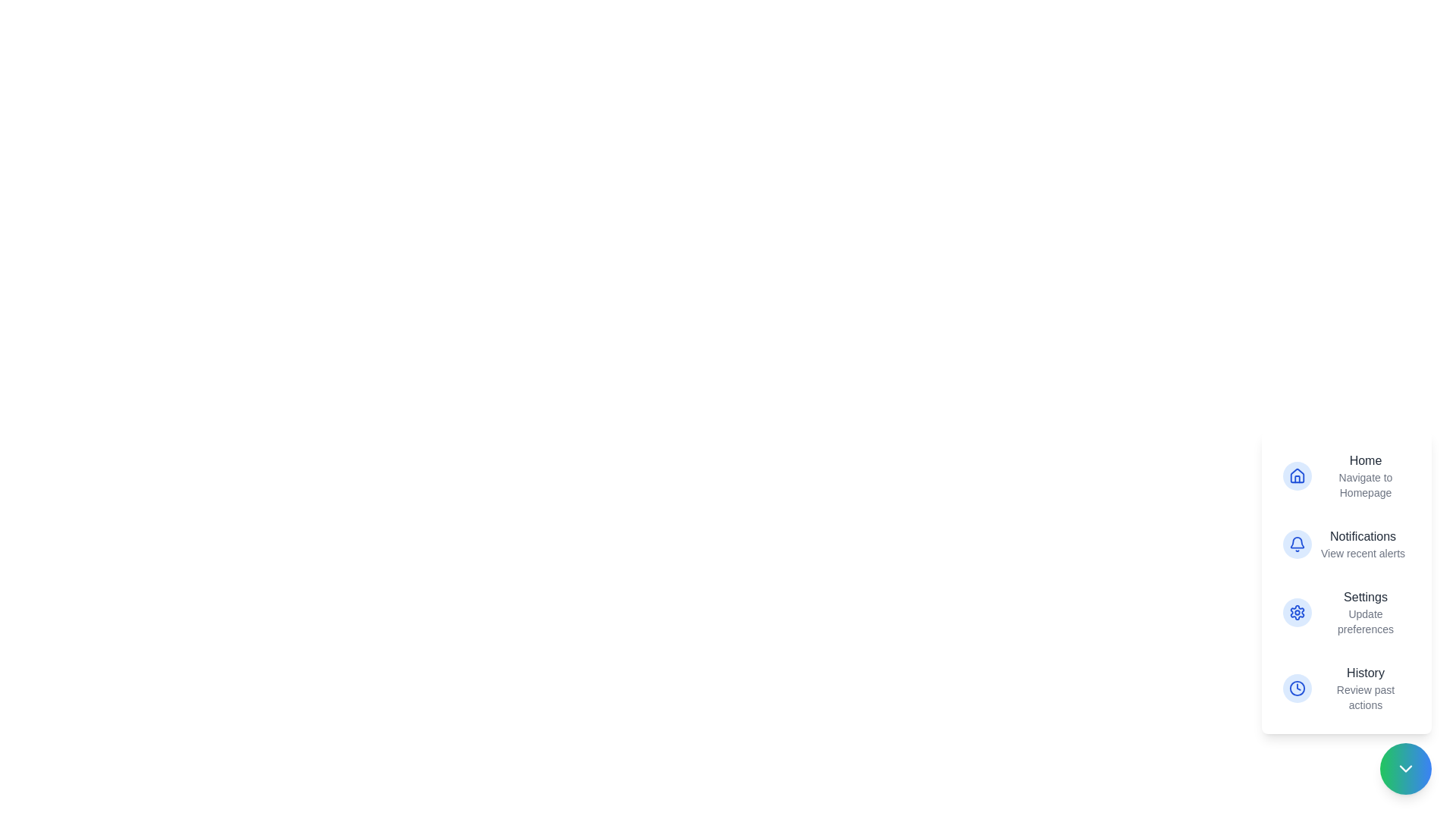 This screenshot has height=819, width=1456. I want to click on the action item corresponding to Notifications, so click(1347, 543).